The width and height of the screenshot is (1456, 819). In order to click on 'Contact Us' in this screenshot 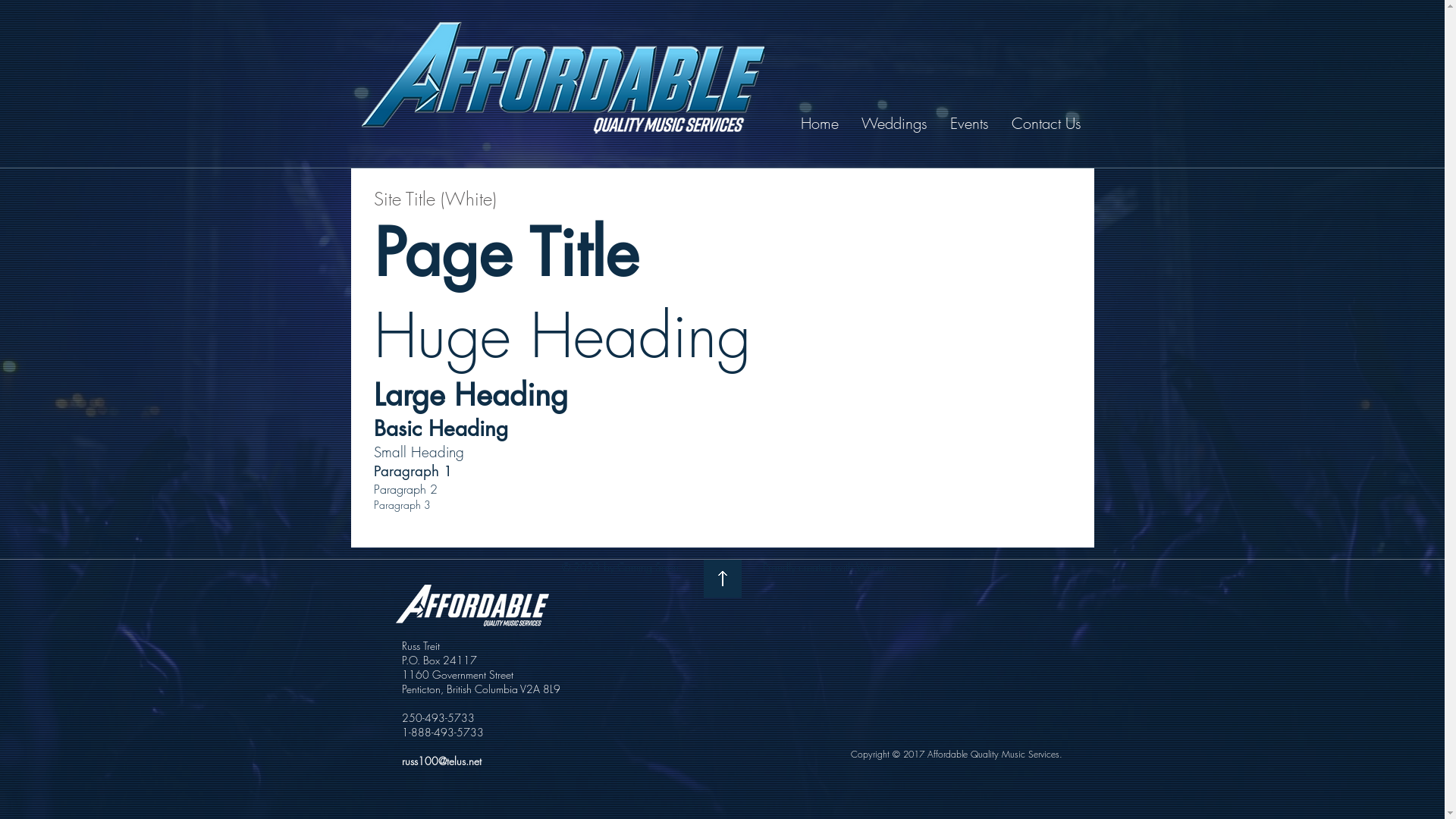, I will do `click(1046, 122)`.